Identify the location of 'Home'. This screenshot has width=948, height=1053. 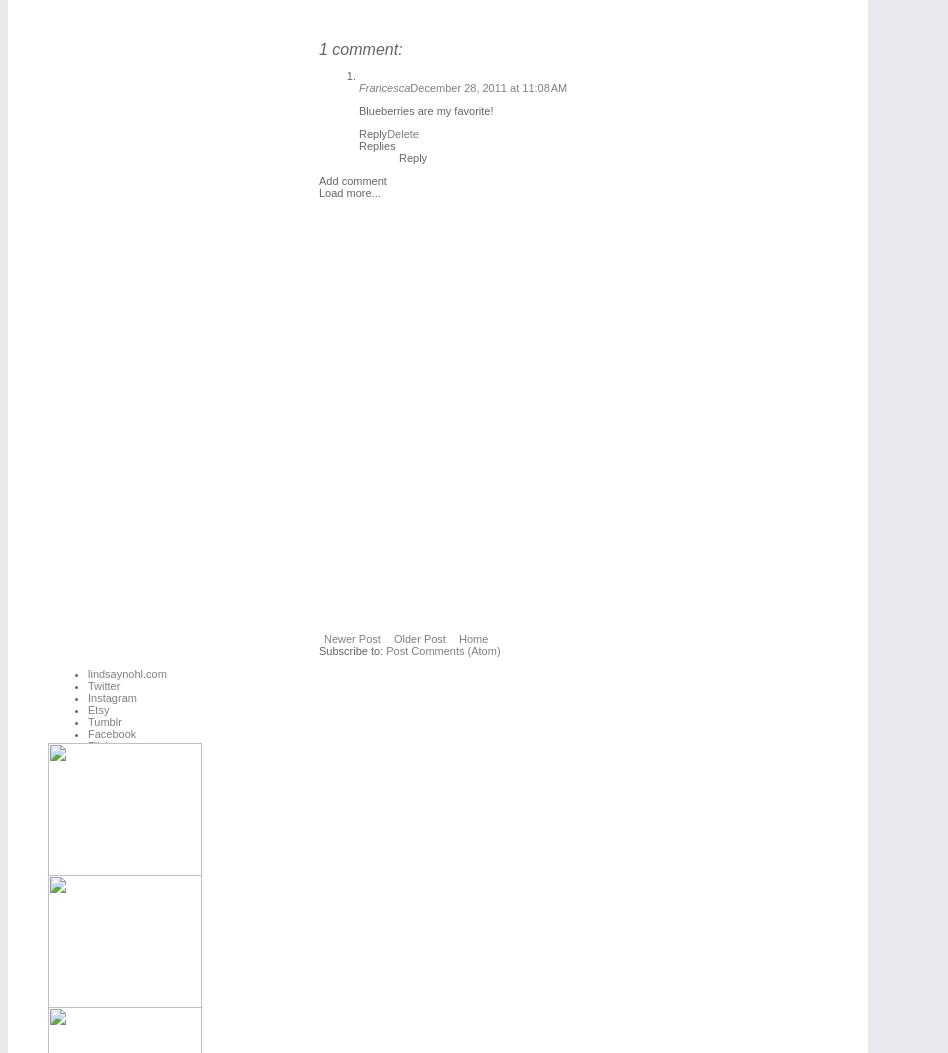
(471, 637).